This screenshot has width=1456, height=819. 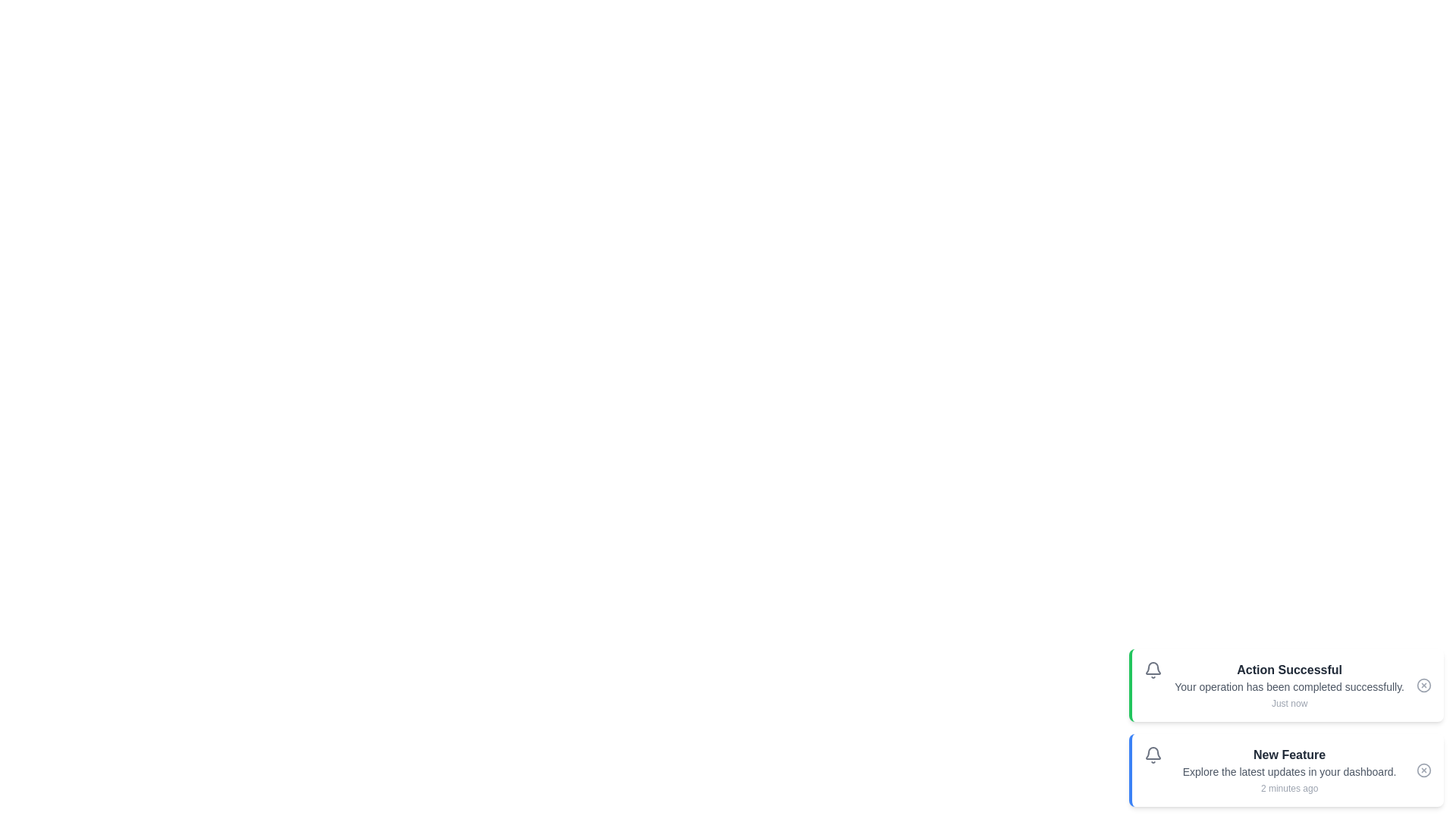 I want to click on the dismiss button of the second notification item located at the bottom right of the interface, so click(x=1423, y=770).